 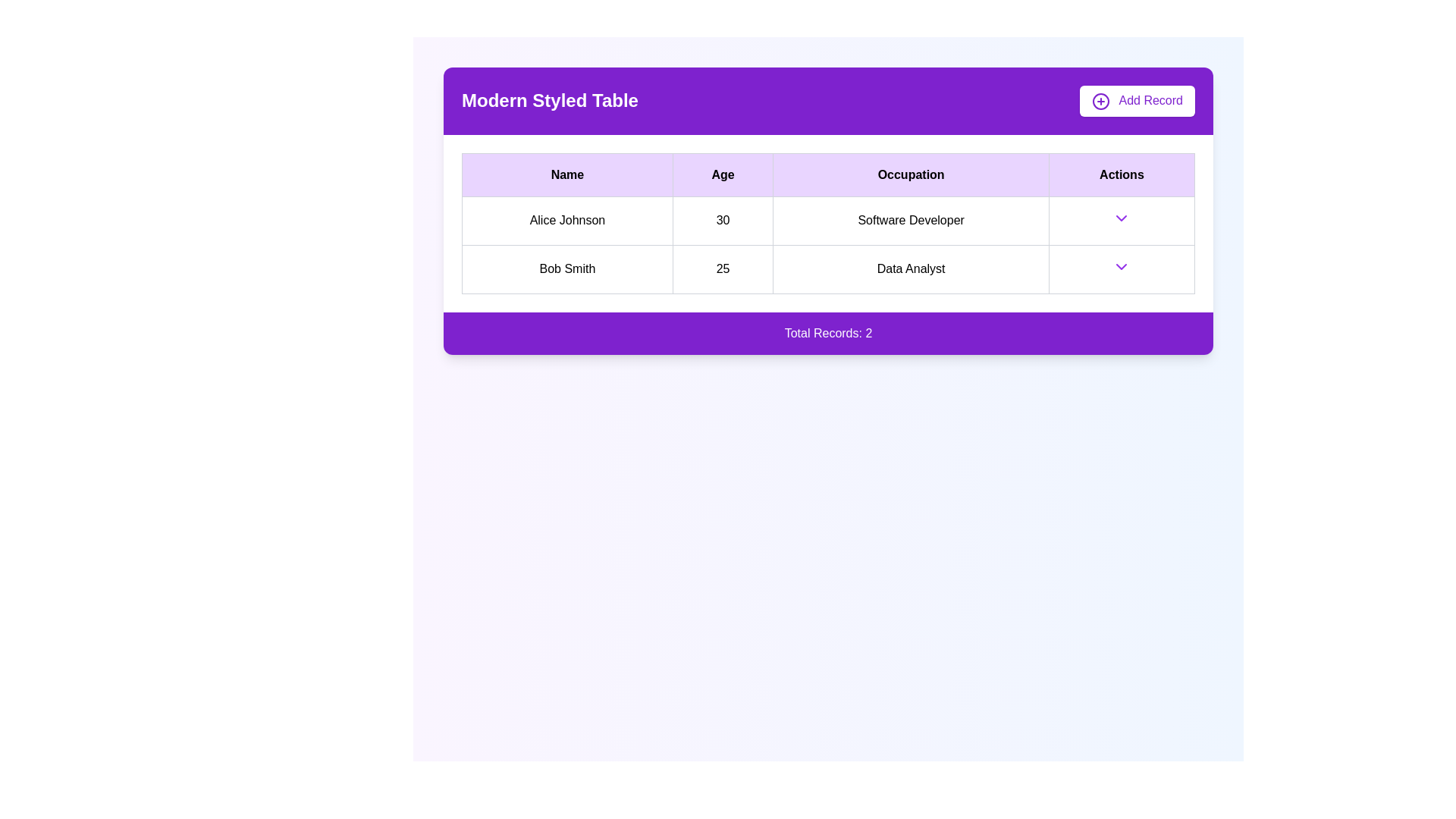 I want to click on the downward-facing purple Toggle icon located in the 'Actions' column of the table, aligned with the 'Bob Smith' row, so click(x=1122, y=268).